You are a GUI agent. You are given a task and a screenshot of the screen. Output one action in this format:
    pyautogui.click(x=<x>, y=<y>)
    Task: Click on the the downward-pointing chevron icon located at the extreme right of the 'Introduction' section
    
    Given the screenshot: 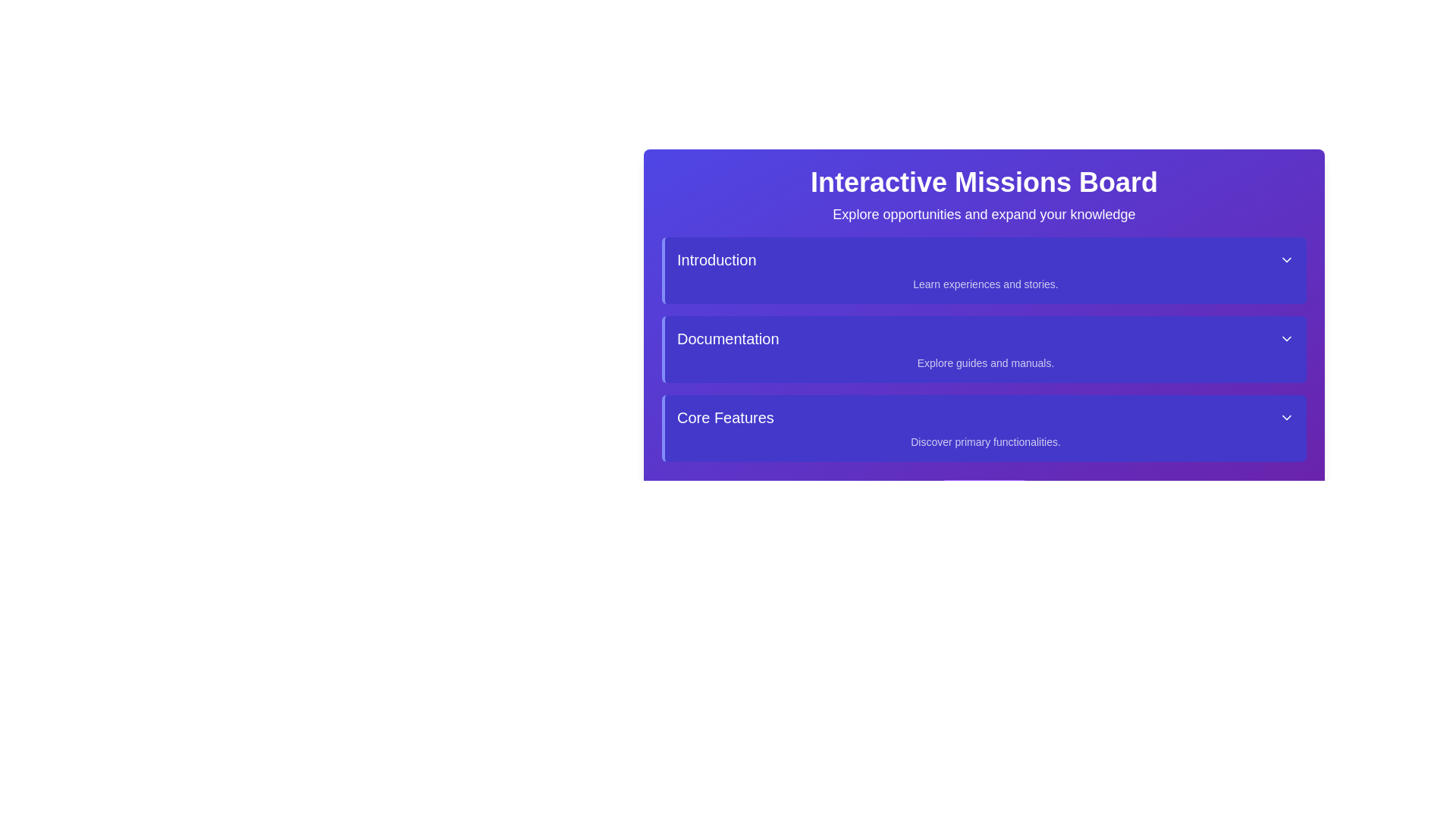 What is the action you would take?
    pyautogui.click(x=1286, y=259)
    